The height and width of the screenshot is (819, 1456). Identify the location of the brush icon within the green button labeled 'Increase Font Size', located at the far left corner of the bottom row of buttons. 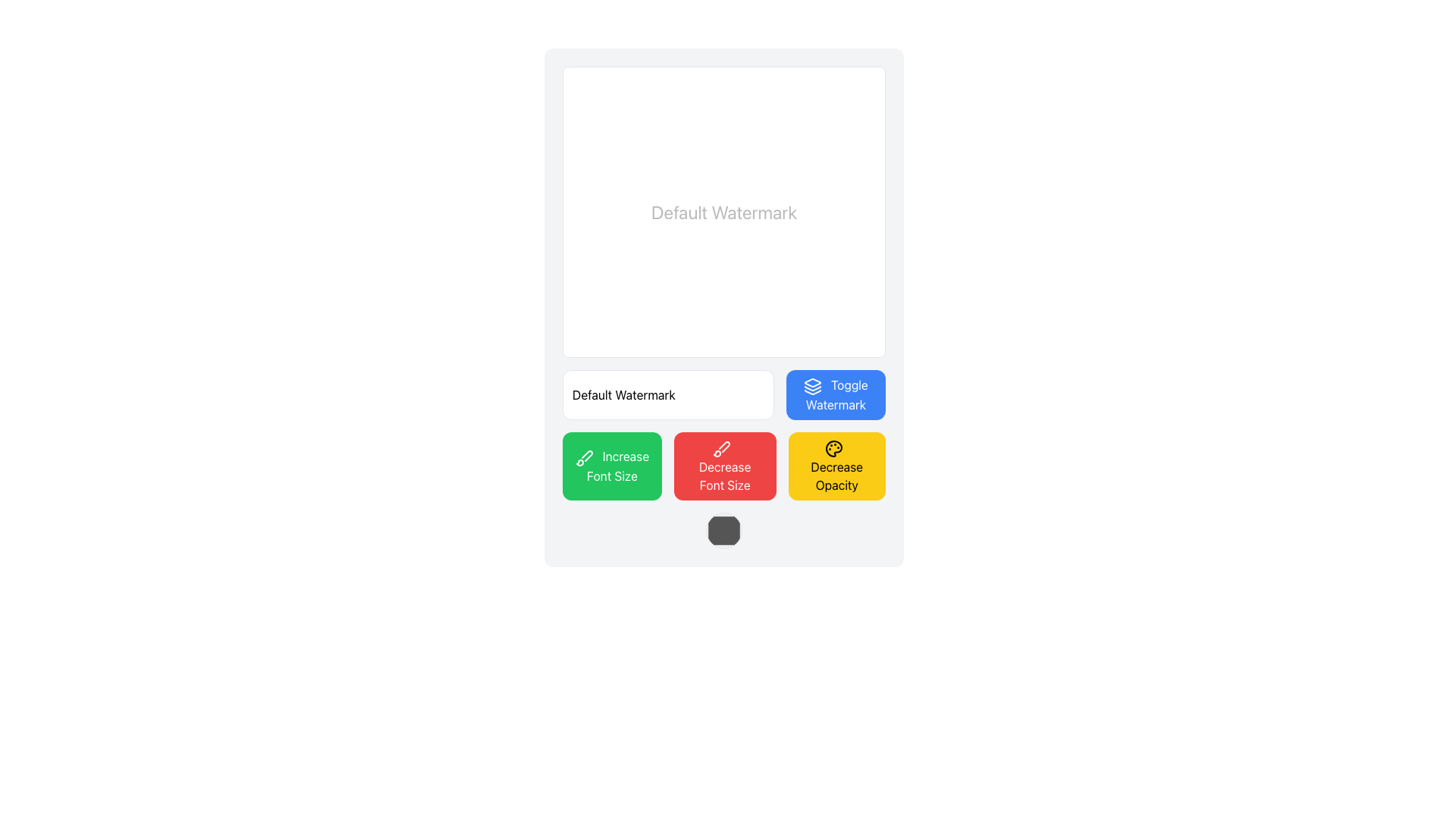
(583, 457).